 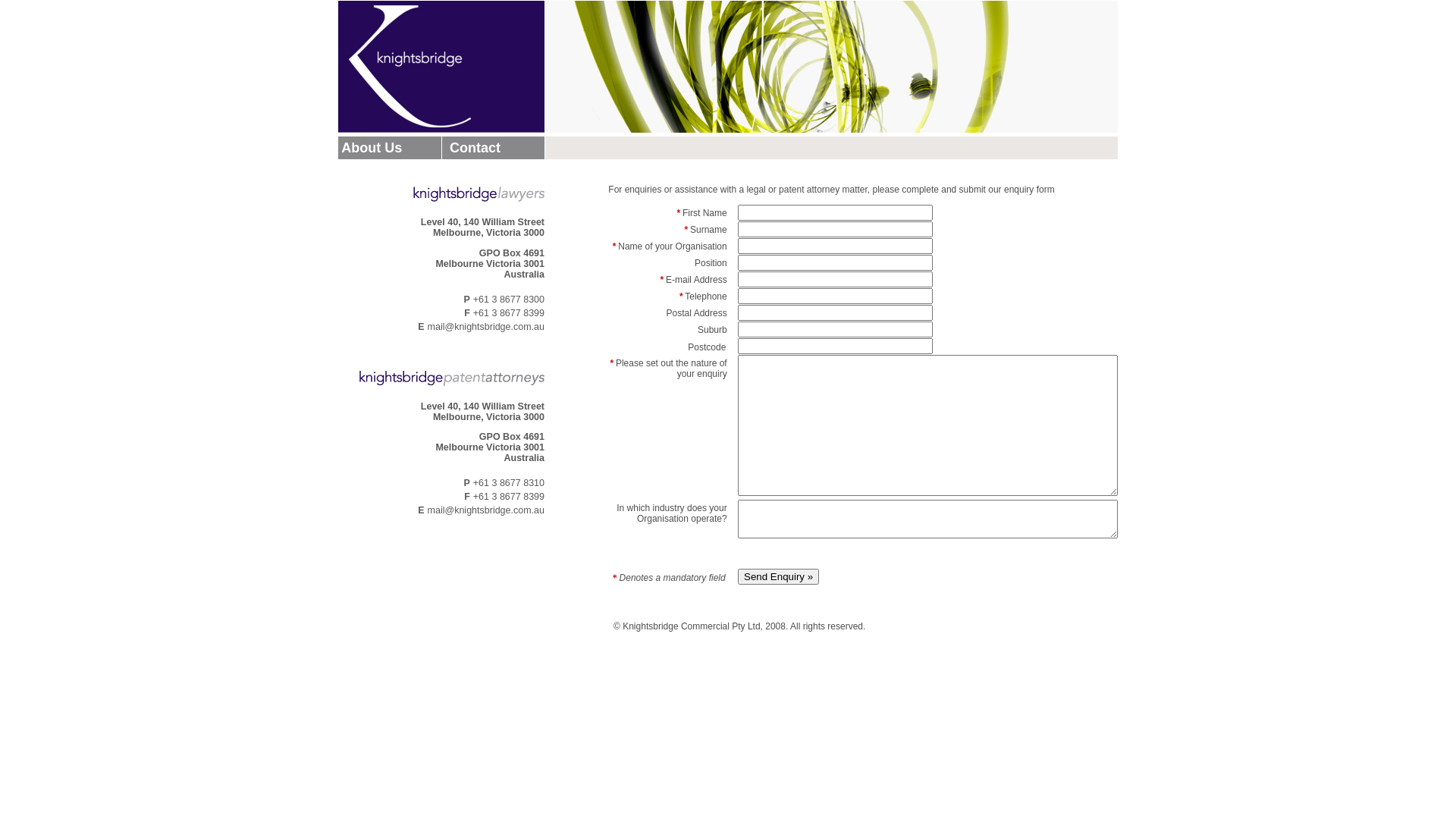 I want to click on 'Name of your Organisation', so click(x=834, y=245).